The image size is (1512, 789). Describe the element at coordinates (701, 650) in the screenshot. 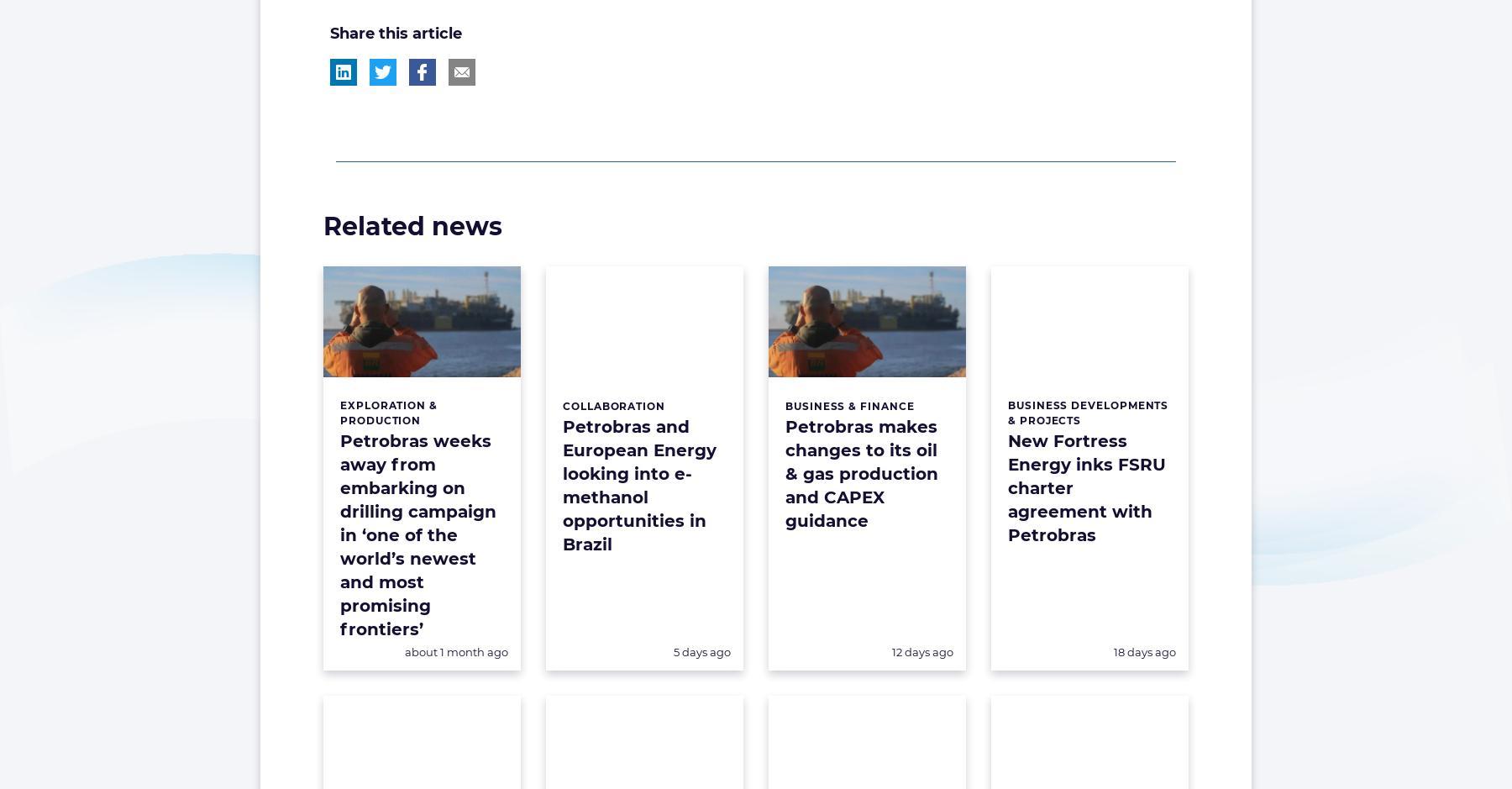

I see `'5 days ago'` at that location.